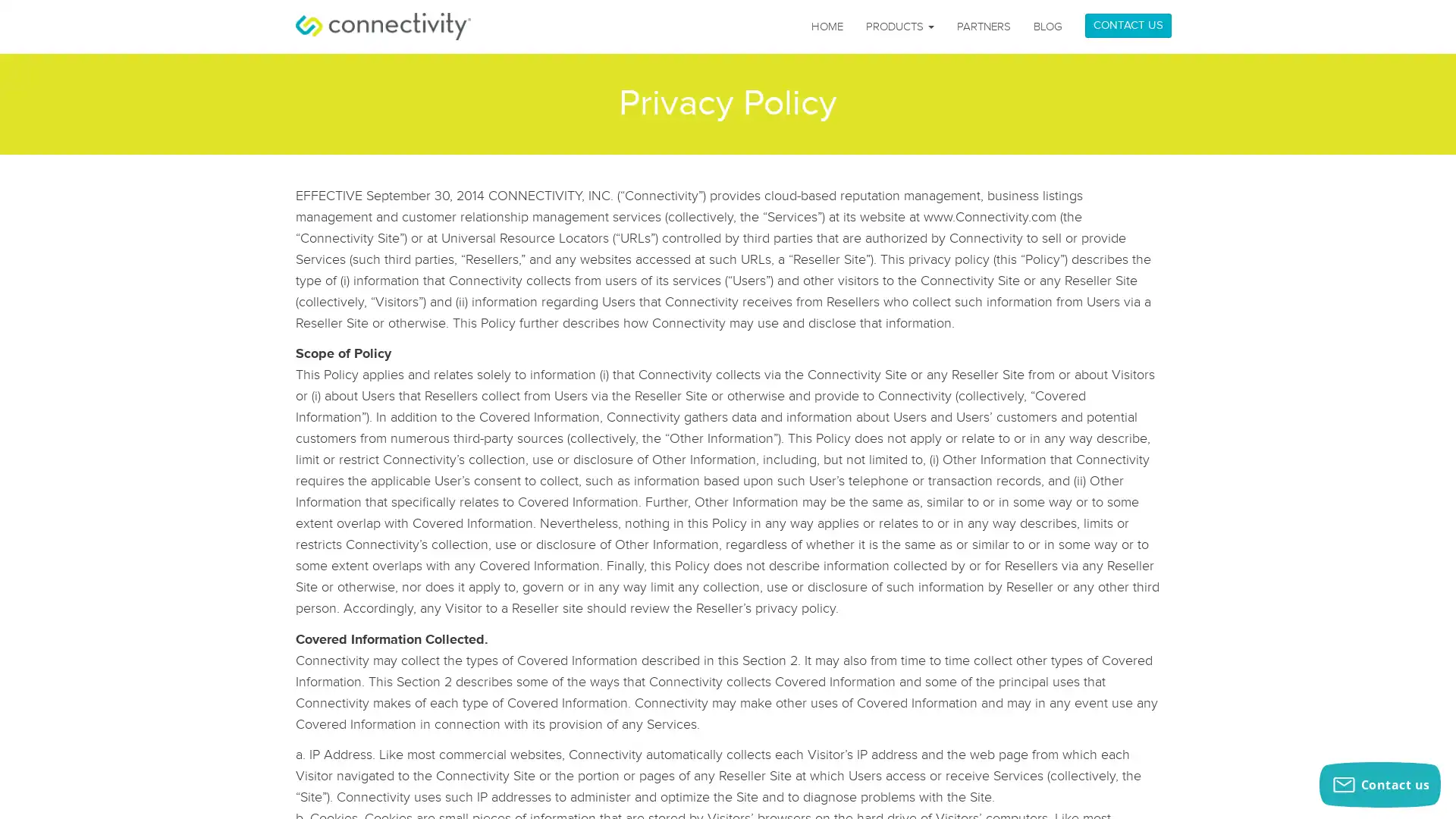  Describe the element at coordinates (1379, 784) in the screenshot. I see `Contact us` at that location.